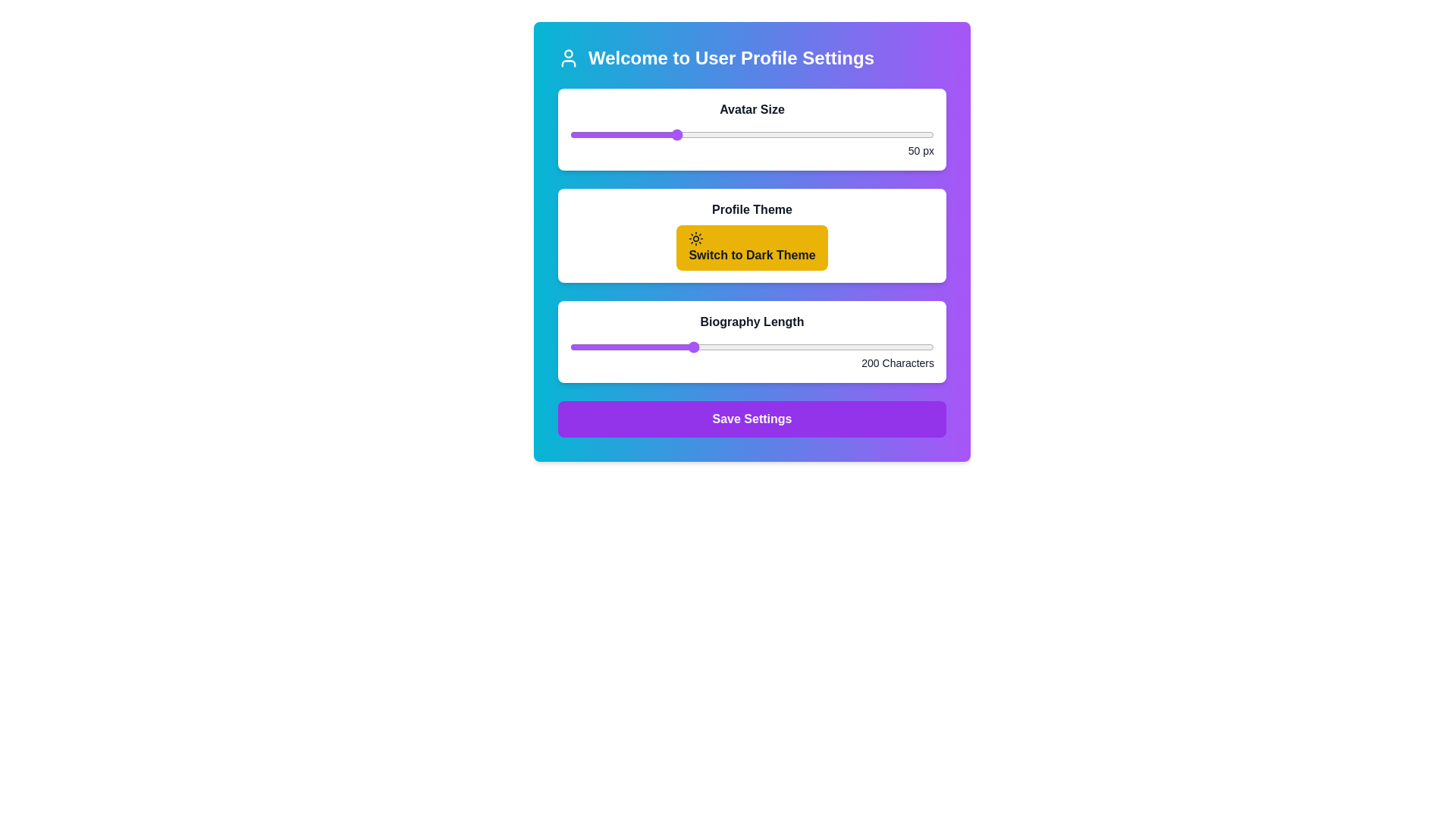 Image resolution: width=1456 pixels, height=819 pixels. Describe the element at coordinates (645, 347) in the screenshot. I see `the biography length` at that location.